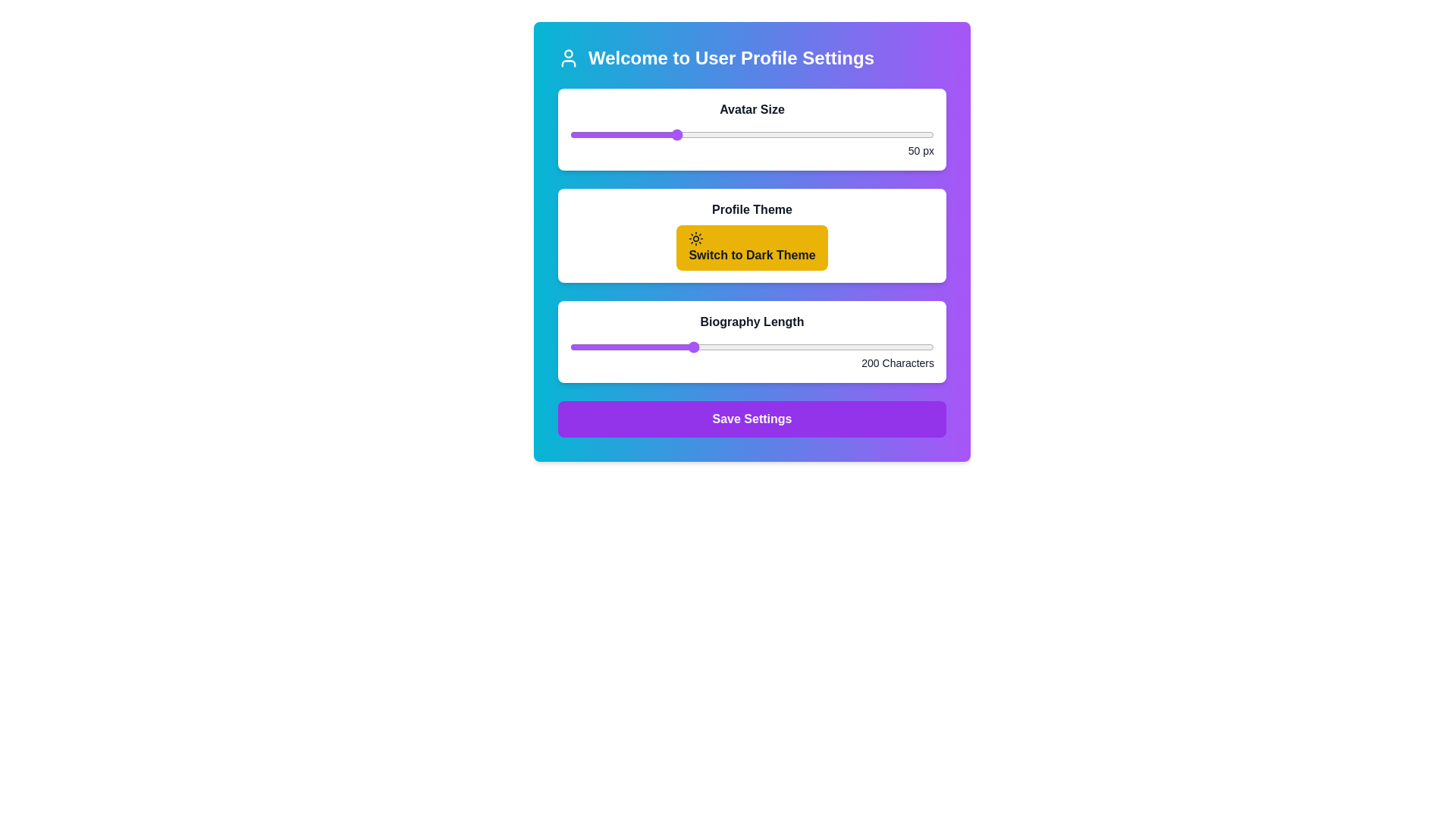 Image resolution: width=1456 pixels, height=819 pixels. Describe the element at coordinates (645, 347) in the screenshot. I see `the biography length` at that location.